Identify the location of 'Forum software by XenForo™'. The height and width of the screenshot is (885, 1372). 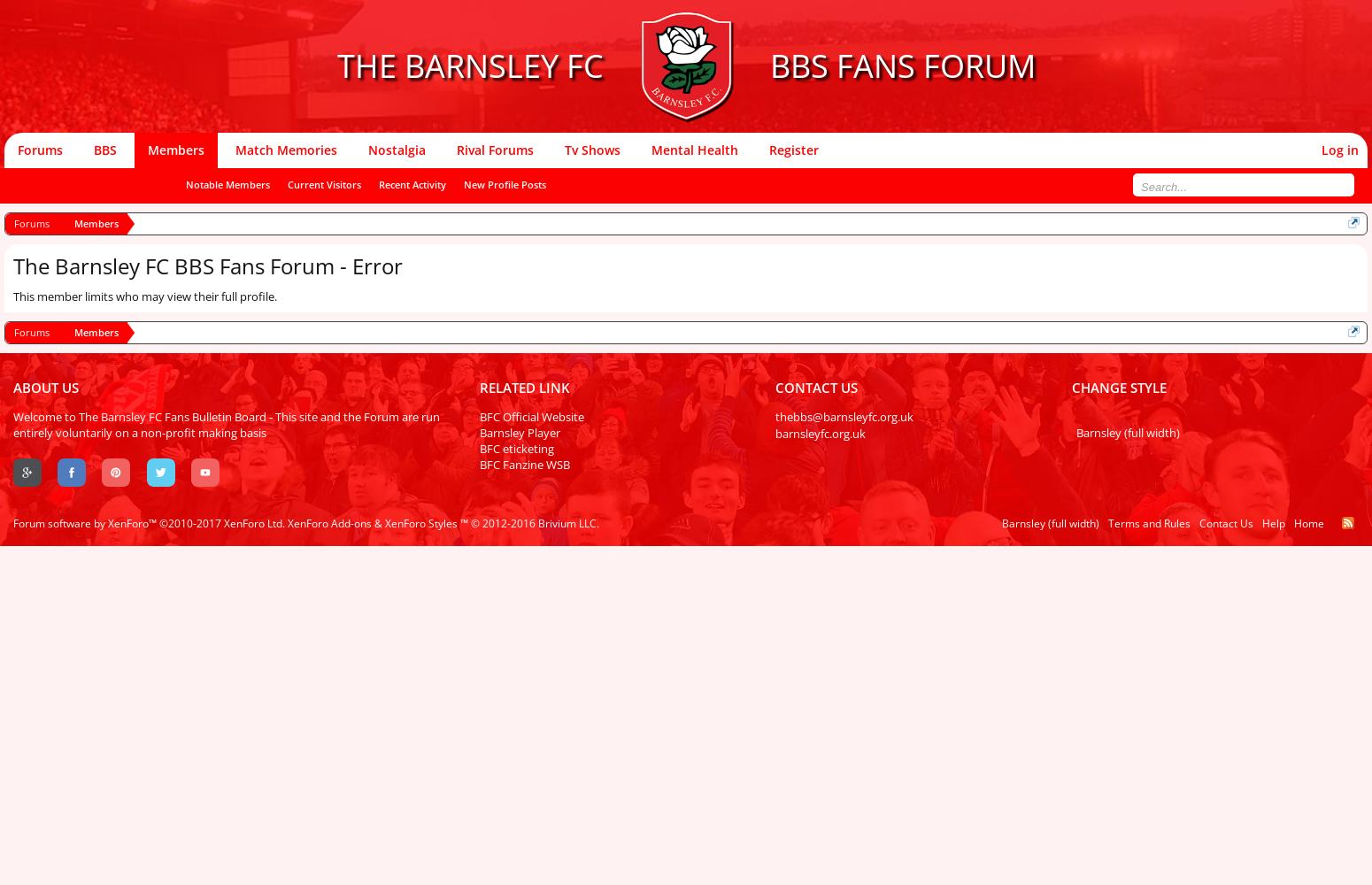
(86, 522).